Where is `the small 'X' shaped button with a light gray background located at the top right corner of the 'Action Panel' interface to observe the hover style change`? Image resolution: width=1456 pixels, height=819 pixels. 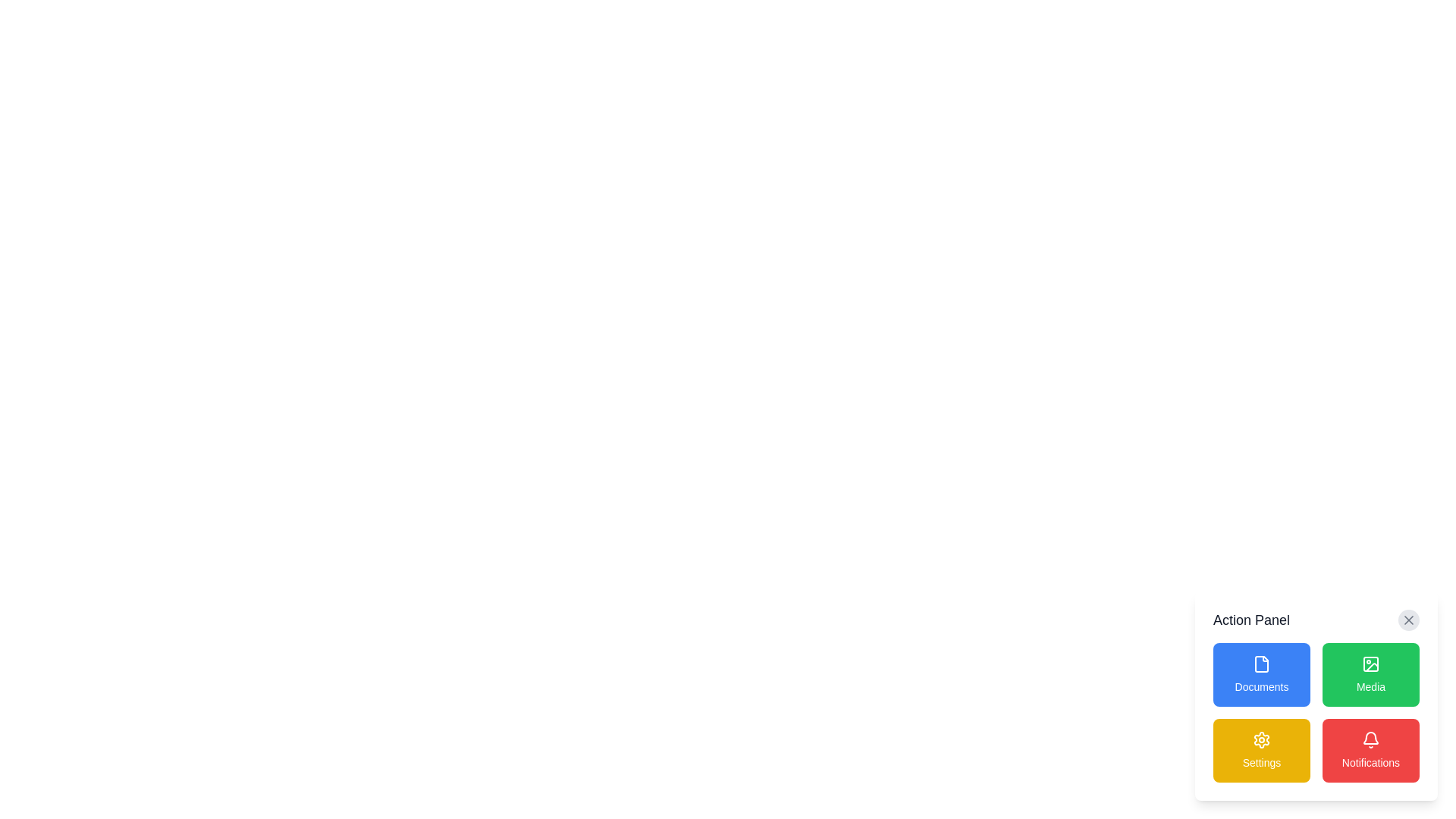 the small 'X' shaped button with a light gray background located at the top right corner of the 'Action Panel' interface to observe the hover style change is located at coordinates (1407, 620).